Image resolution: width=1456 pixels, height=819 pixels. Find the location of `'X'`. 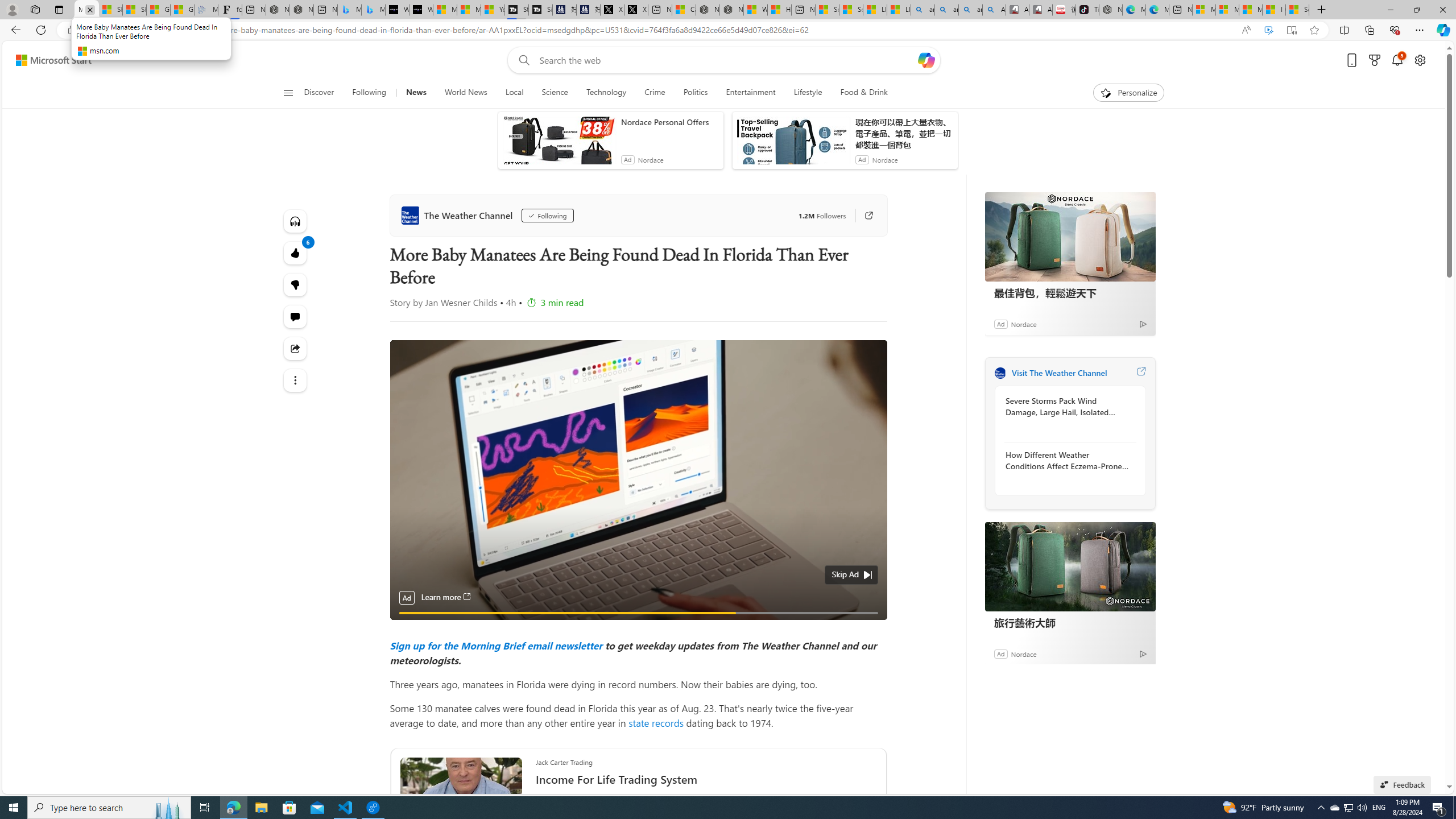

'X' is located at coordinates (635, 9).